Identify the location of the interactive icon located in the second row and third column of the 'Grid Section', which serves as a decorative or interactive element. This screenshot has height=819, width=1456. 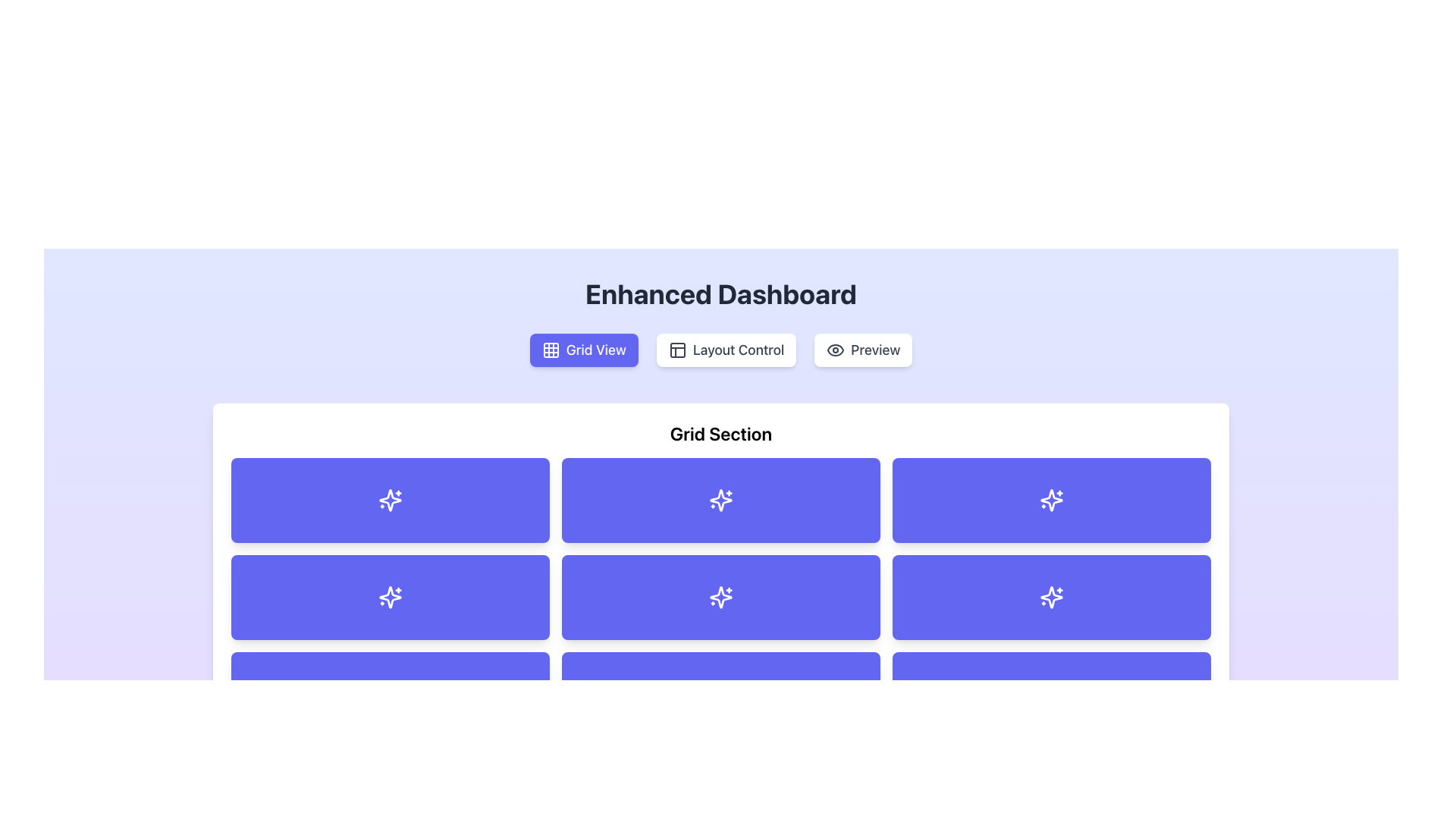
(720, 596).